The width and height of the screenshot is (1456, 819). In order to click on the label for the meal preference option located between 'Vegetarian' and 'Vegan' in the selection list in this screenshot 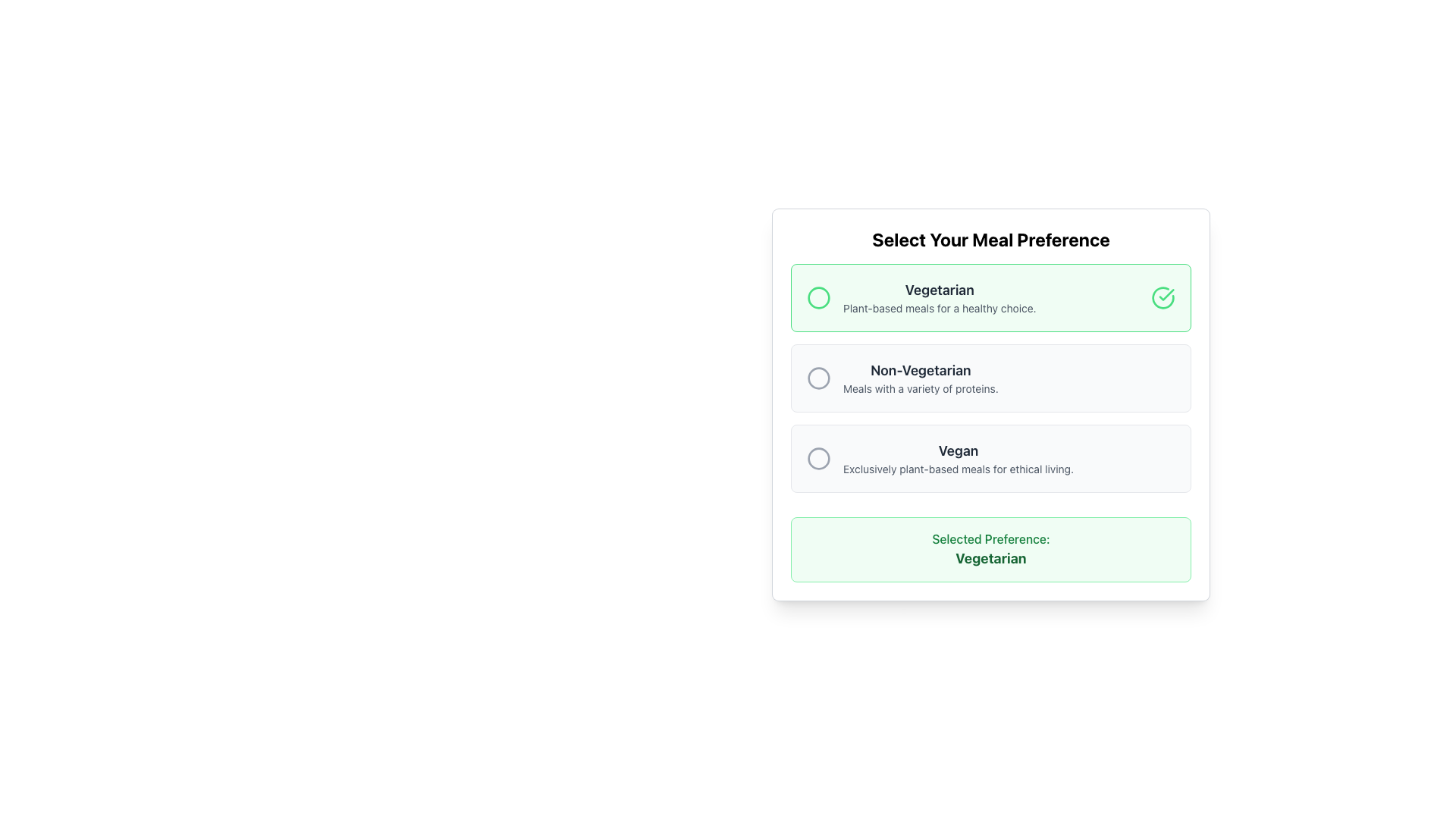, I will do `click(920, 371)`.